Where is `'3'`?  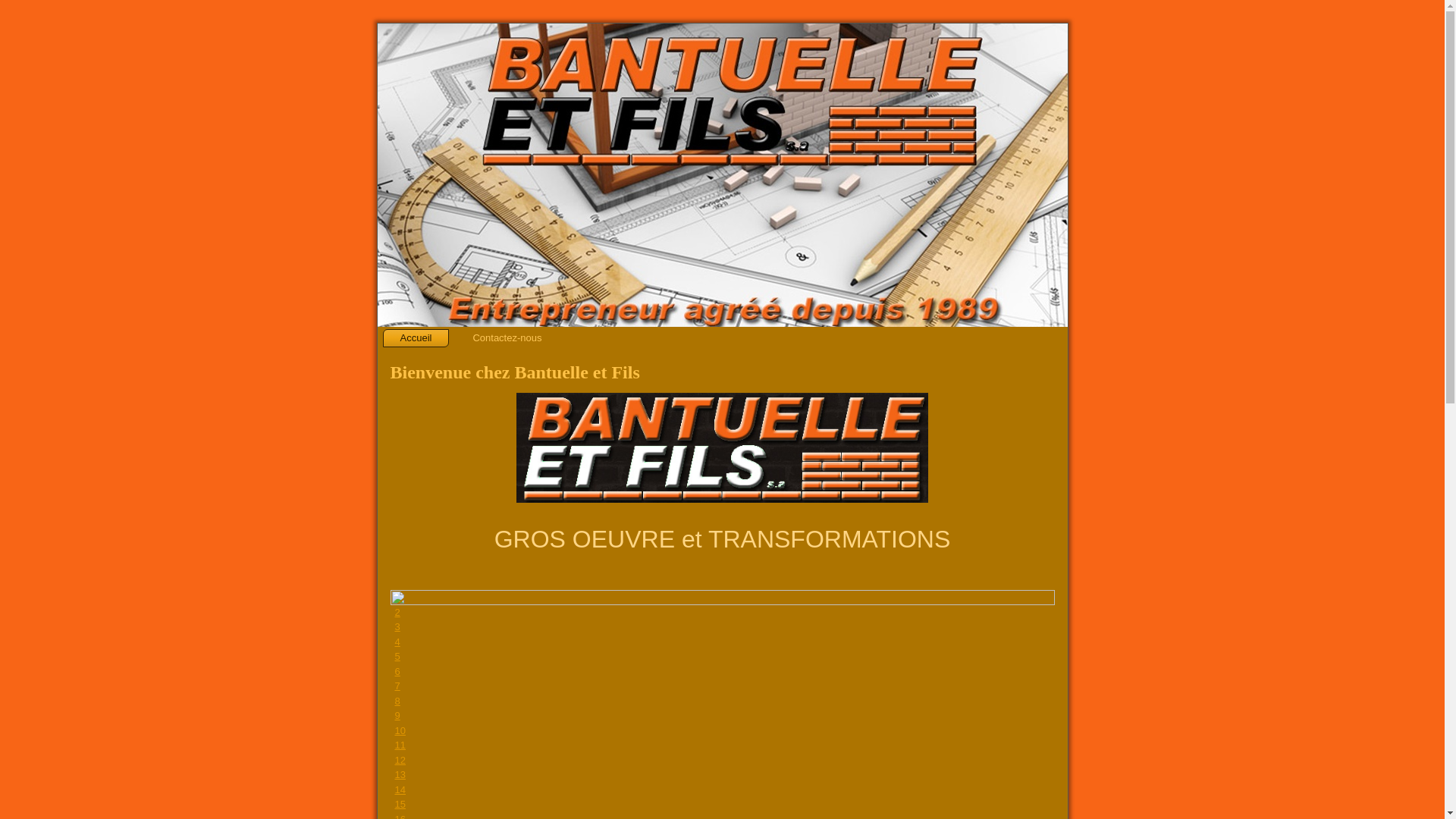
'3' is located at coordinates (397, 626).